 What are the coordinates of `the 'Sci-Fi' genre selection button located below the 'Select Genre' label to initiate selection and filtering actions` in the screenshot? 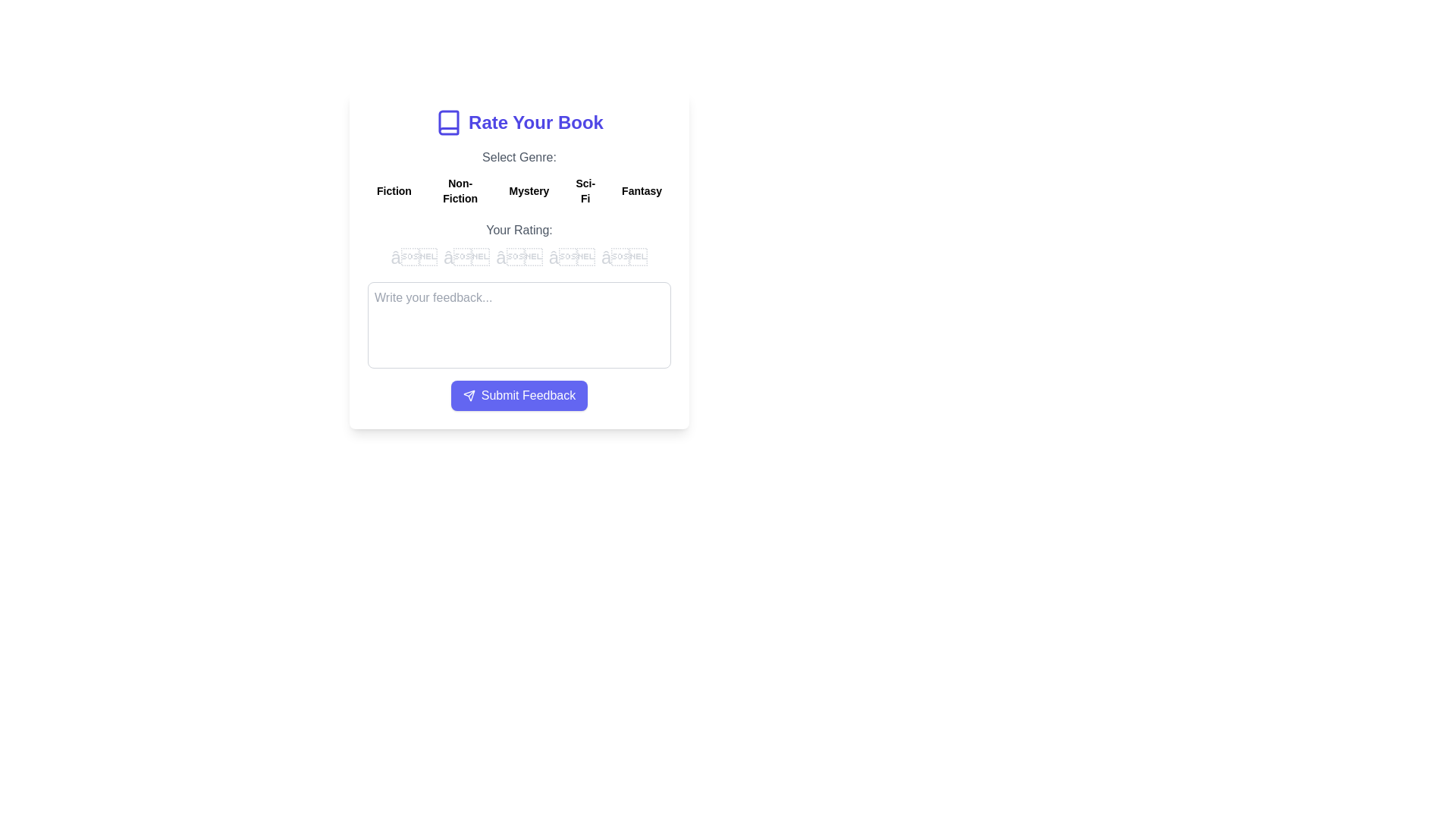 It's located at (585, 190).